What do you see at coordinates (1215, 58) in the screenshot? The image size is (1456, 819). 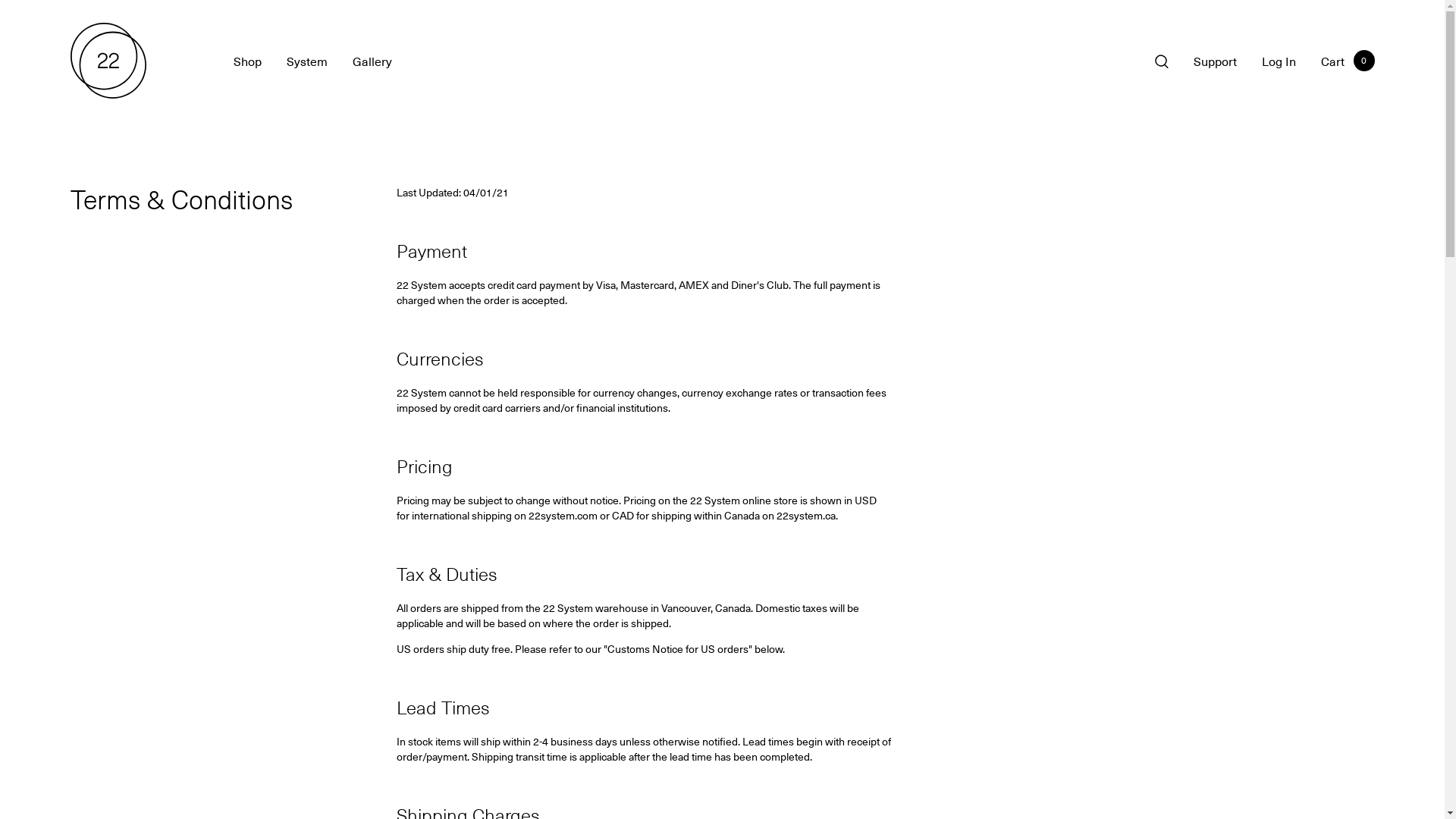 I see `'Support'` at bounding box center [1215, 58].